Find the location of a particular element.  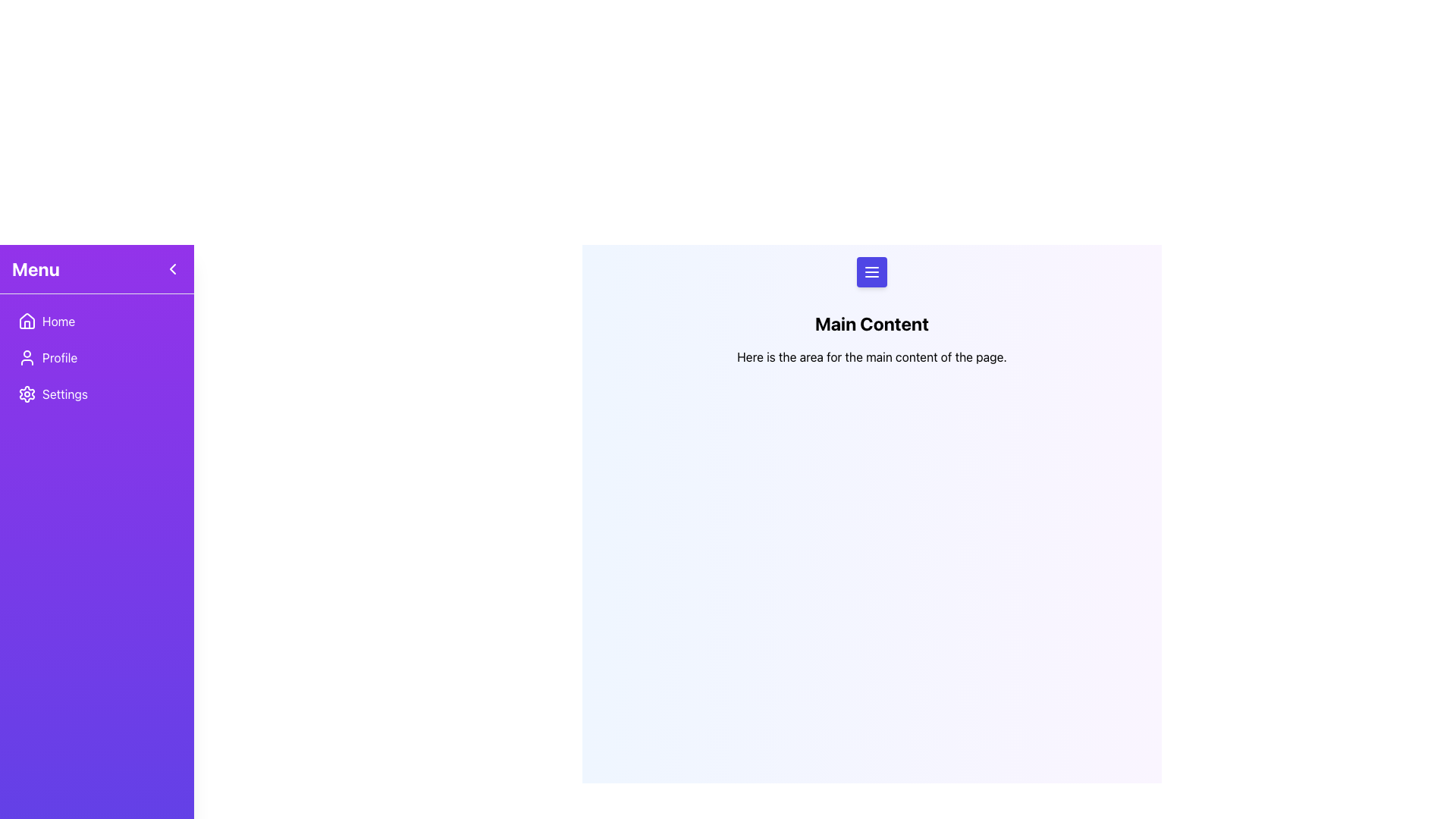

the third item in the vertical navigation menu, which is a text label for navigating to the settings page, located to the right of a gear icon is located at coordinates (64, 394).